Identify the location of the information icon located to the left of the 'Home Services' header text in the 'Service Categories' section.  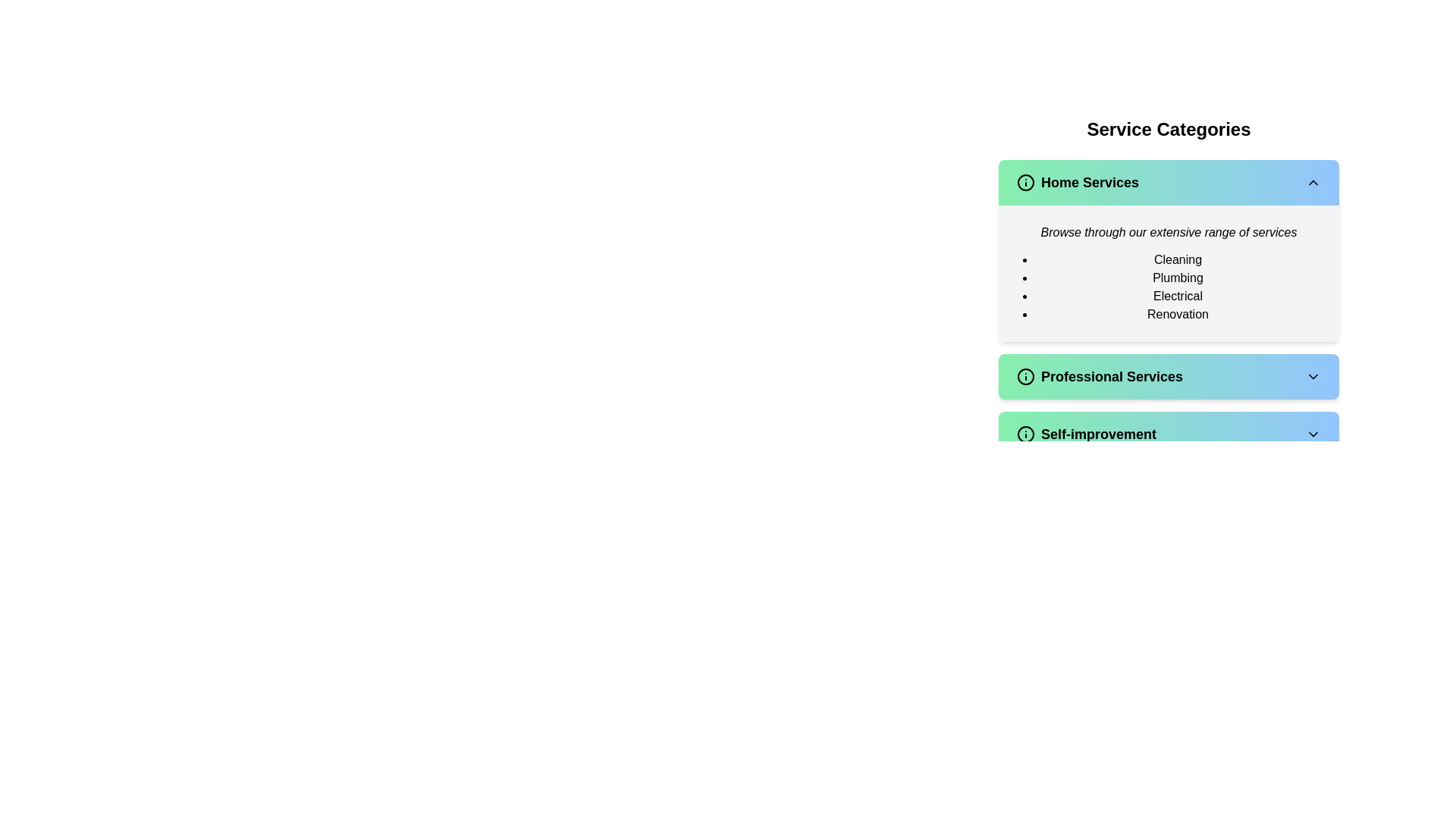
(1026, 181).